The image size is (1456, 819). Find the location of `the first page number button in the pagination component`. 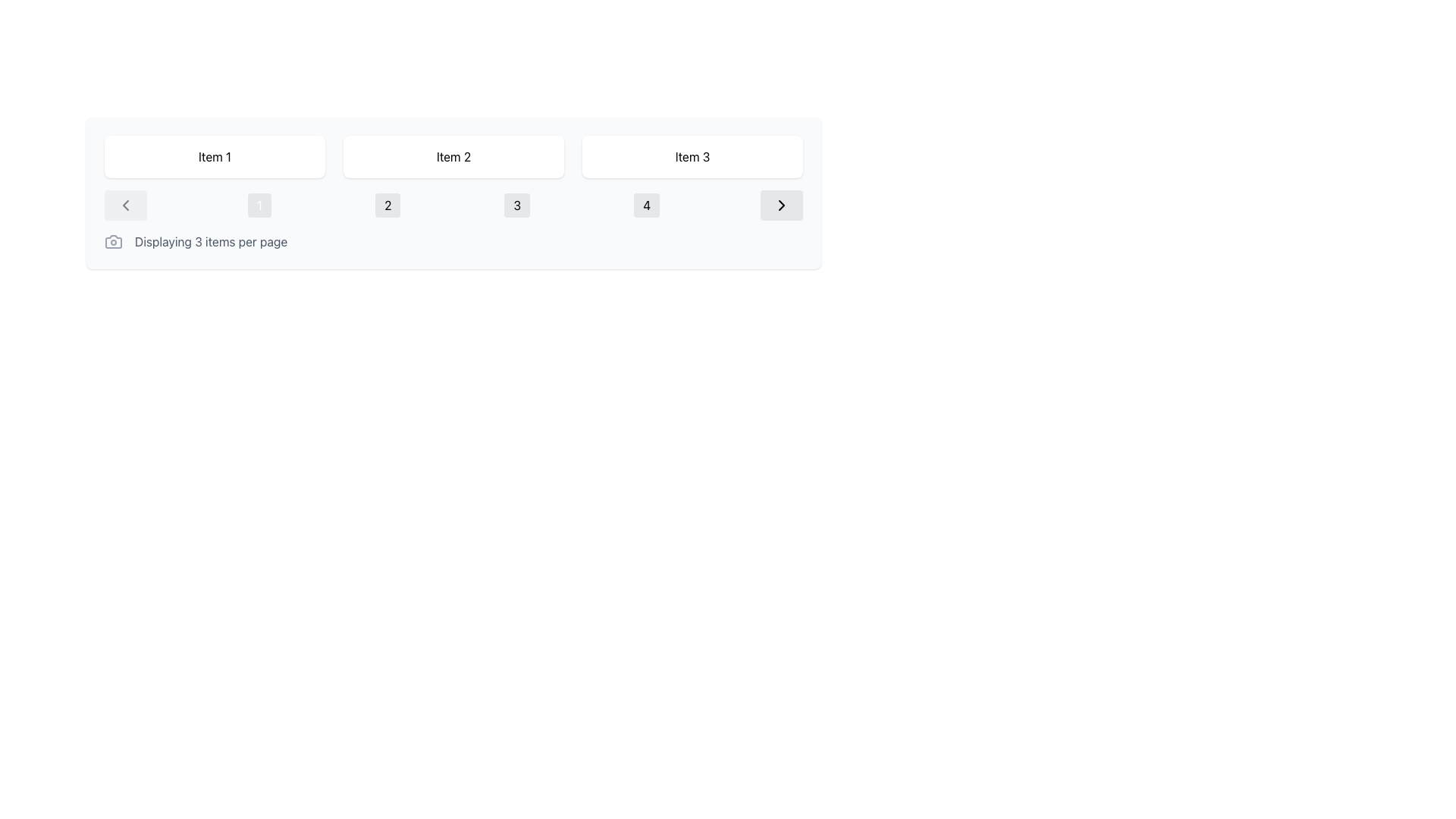

the first page number button in the pagination component is located at coordinates (259, 205).